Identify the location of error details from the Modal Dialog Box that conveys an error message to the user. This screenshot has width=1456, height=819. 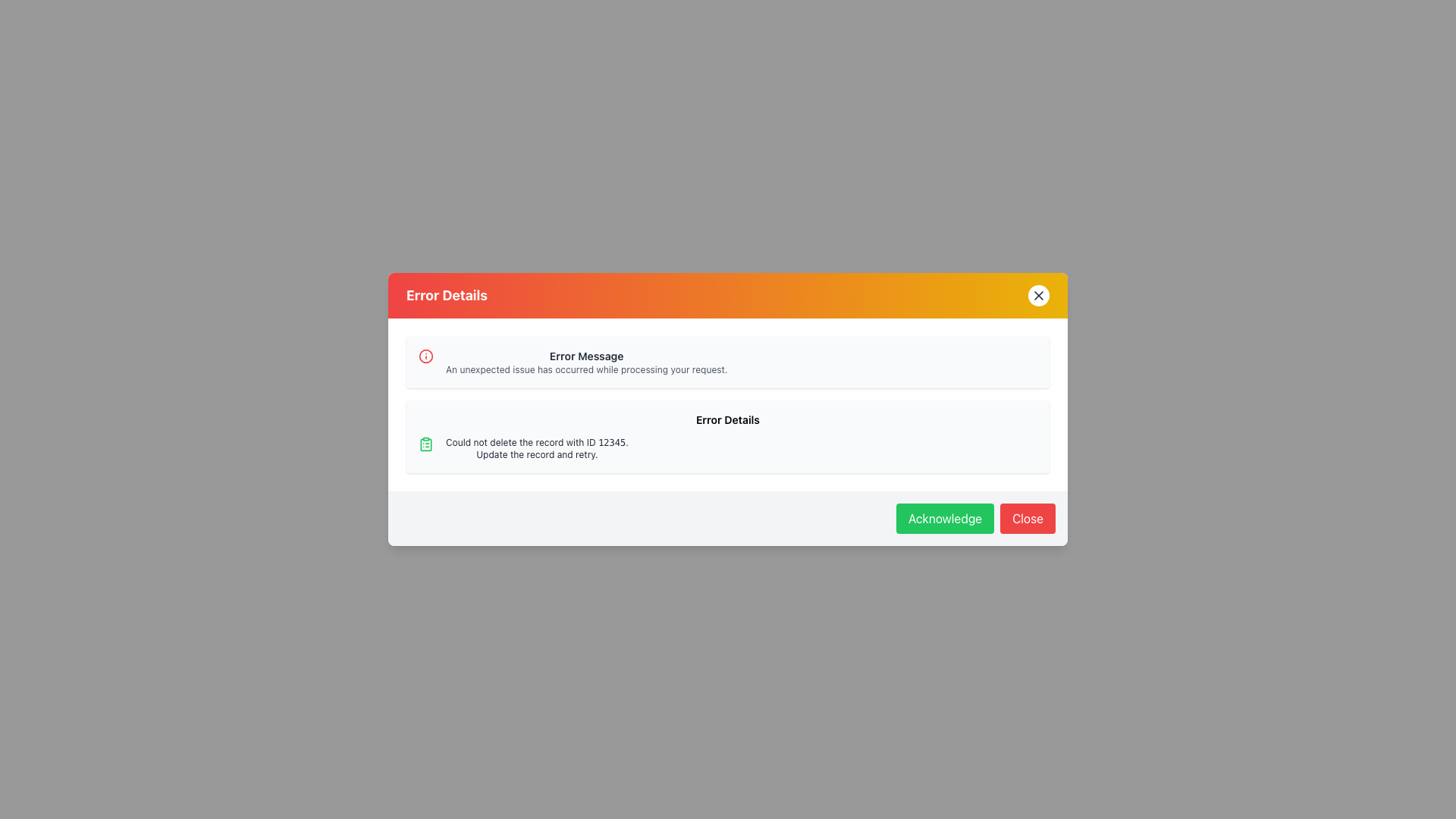
(728, 409).